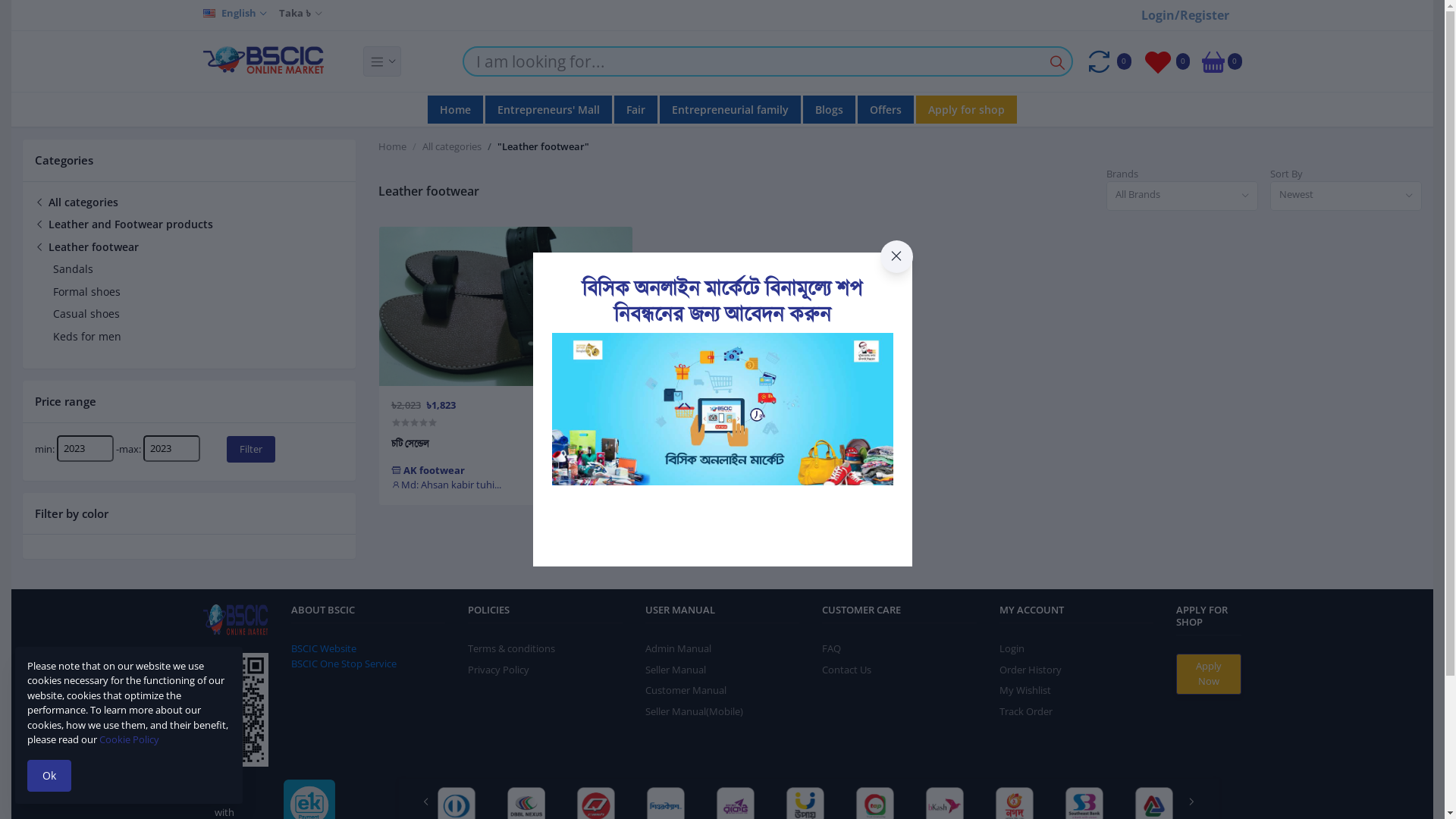 This screenshot has height=819, width=1456. I want to click on 'Leather and Footwear products', so click(35, 224).